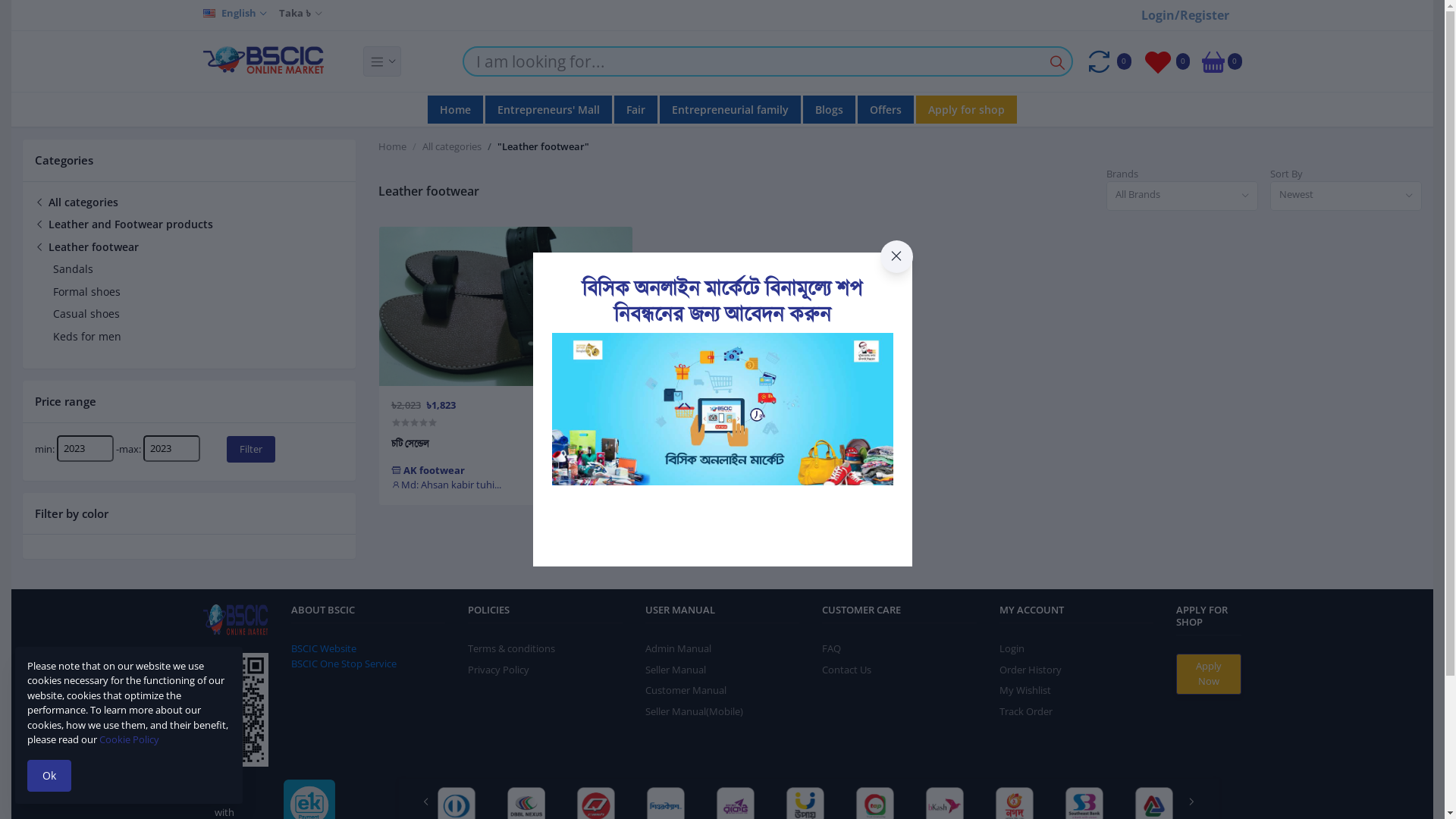 This screenshot has height=819, width=1456. I want to click on 'Leather and Footwear products', so click(35, 224).